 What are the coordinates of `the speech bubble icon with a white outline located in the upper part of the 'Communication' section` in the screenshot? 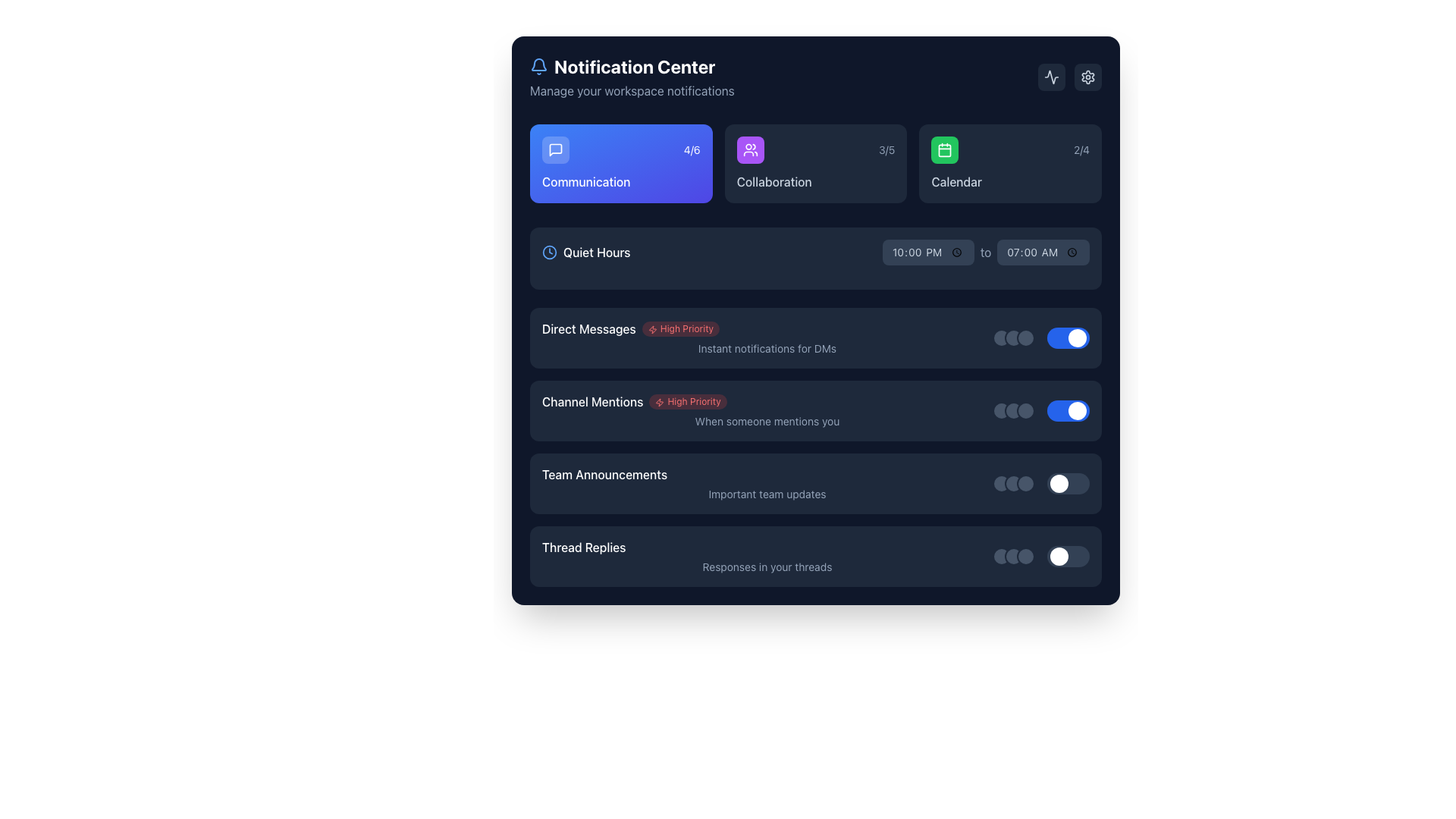 It's located at (555, 149).